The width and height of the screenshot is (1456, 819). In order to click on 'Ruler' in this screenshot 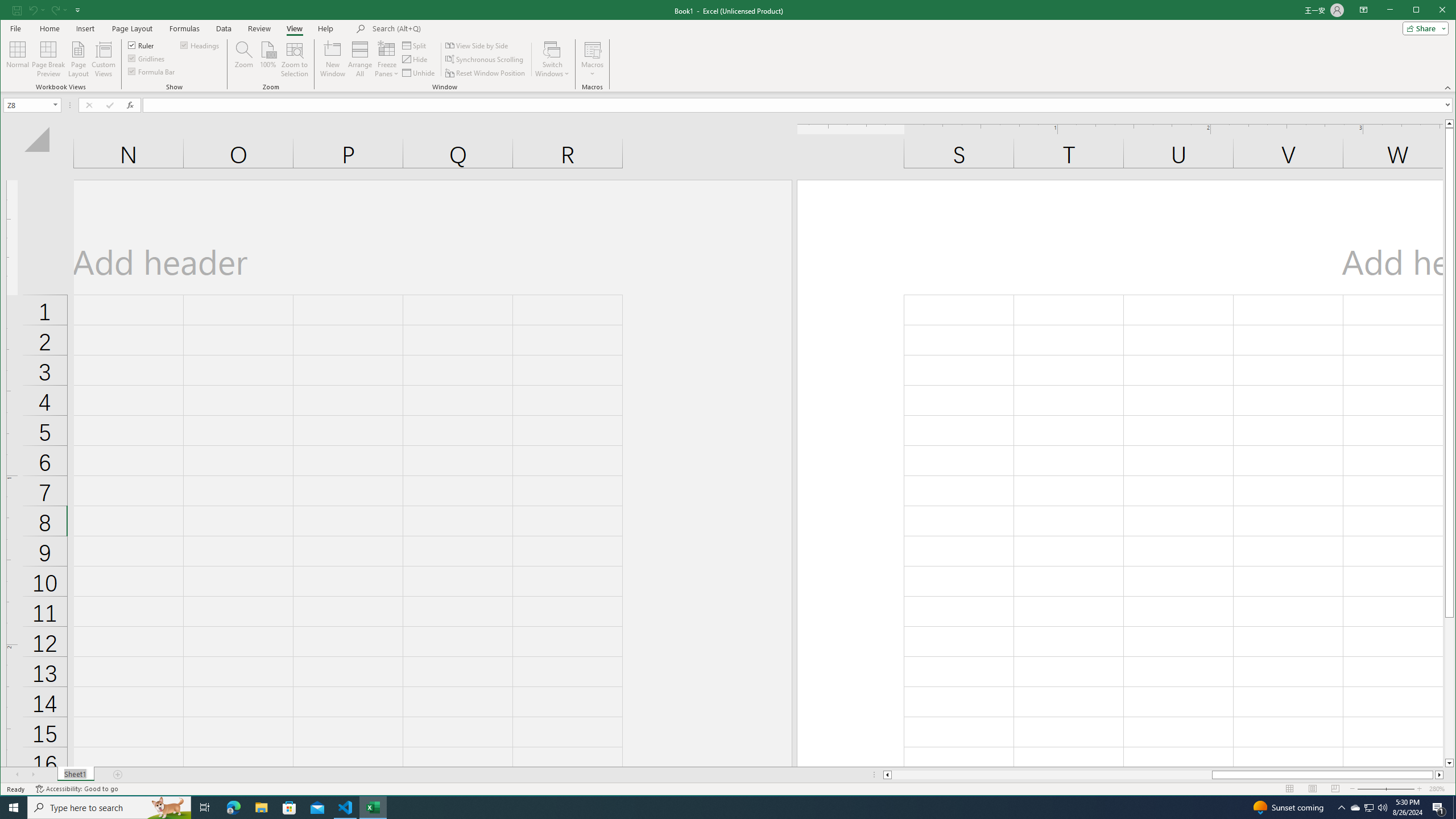, I will do `click(141, 44)`.